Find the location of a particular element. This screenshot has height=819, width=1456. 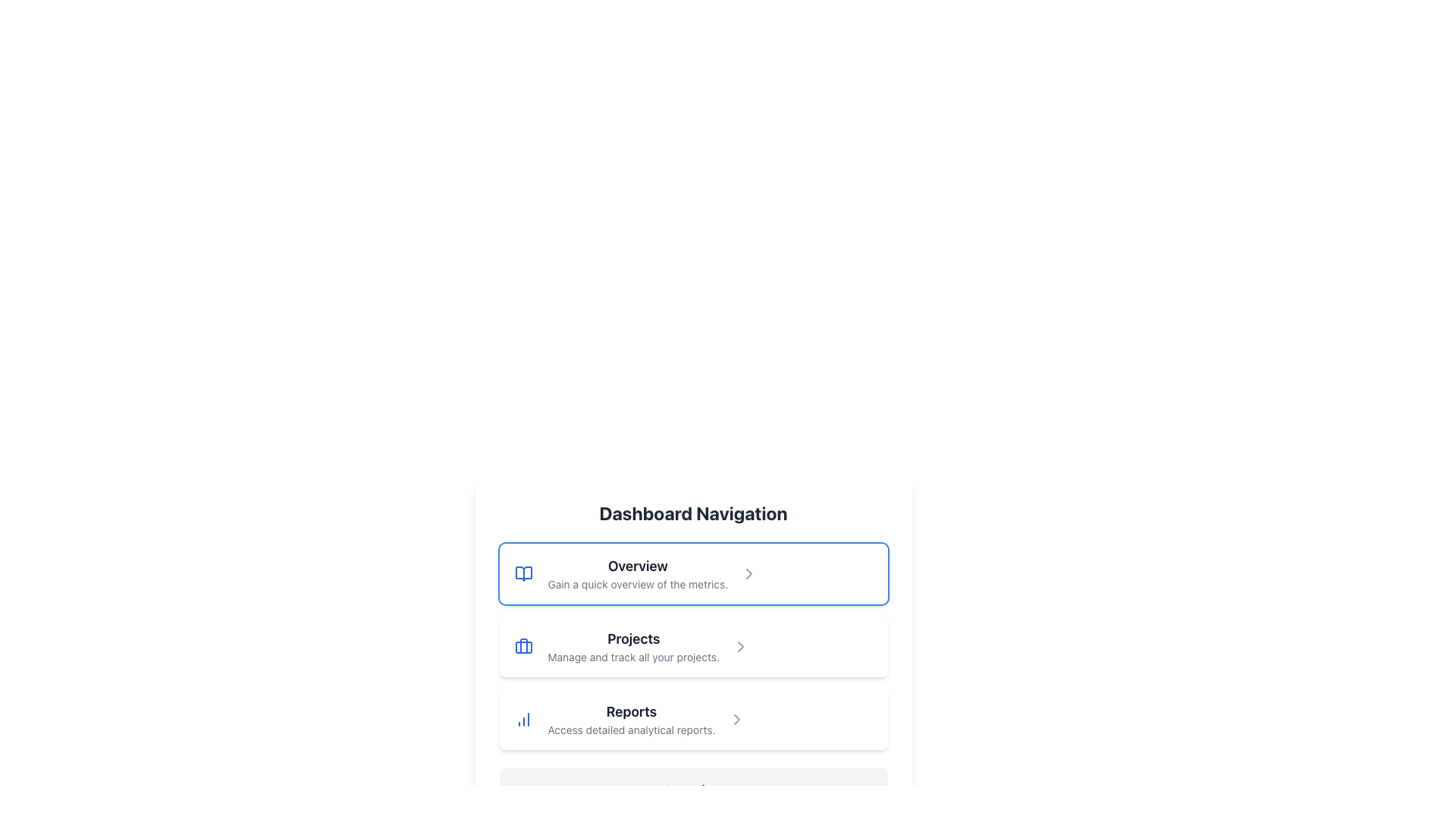

the first navigation button under the 'Dashboard Navigation' header to trigger the hover effect is located at coordinates (692, 573).